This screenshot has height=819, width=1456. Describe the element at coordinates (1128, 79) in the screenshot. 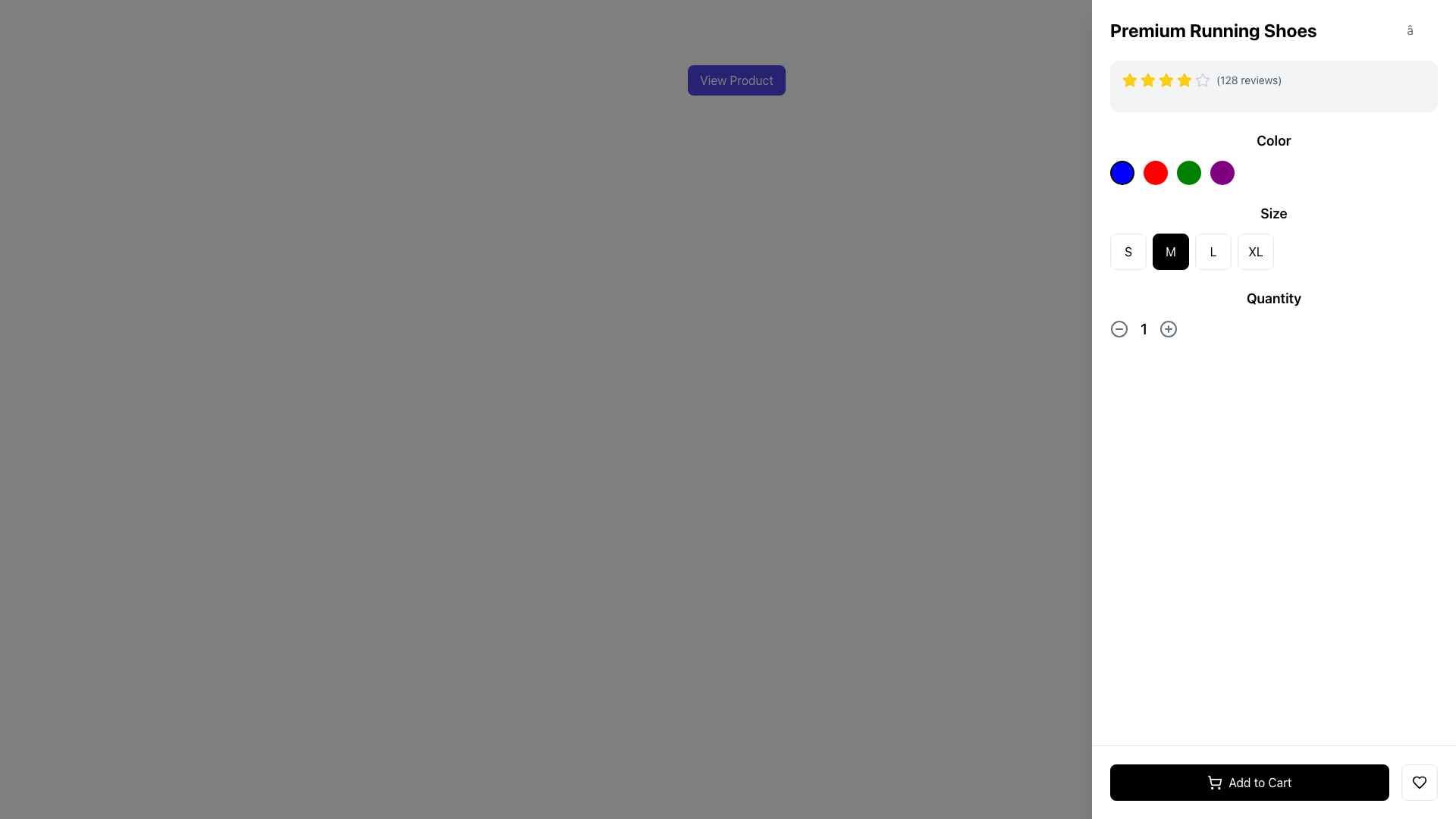

I see `the first yellow five-pointed star icon in the rating system located under the product title 'Premium Running Shoes'` at that location.